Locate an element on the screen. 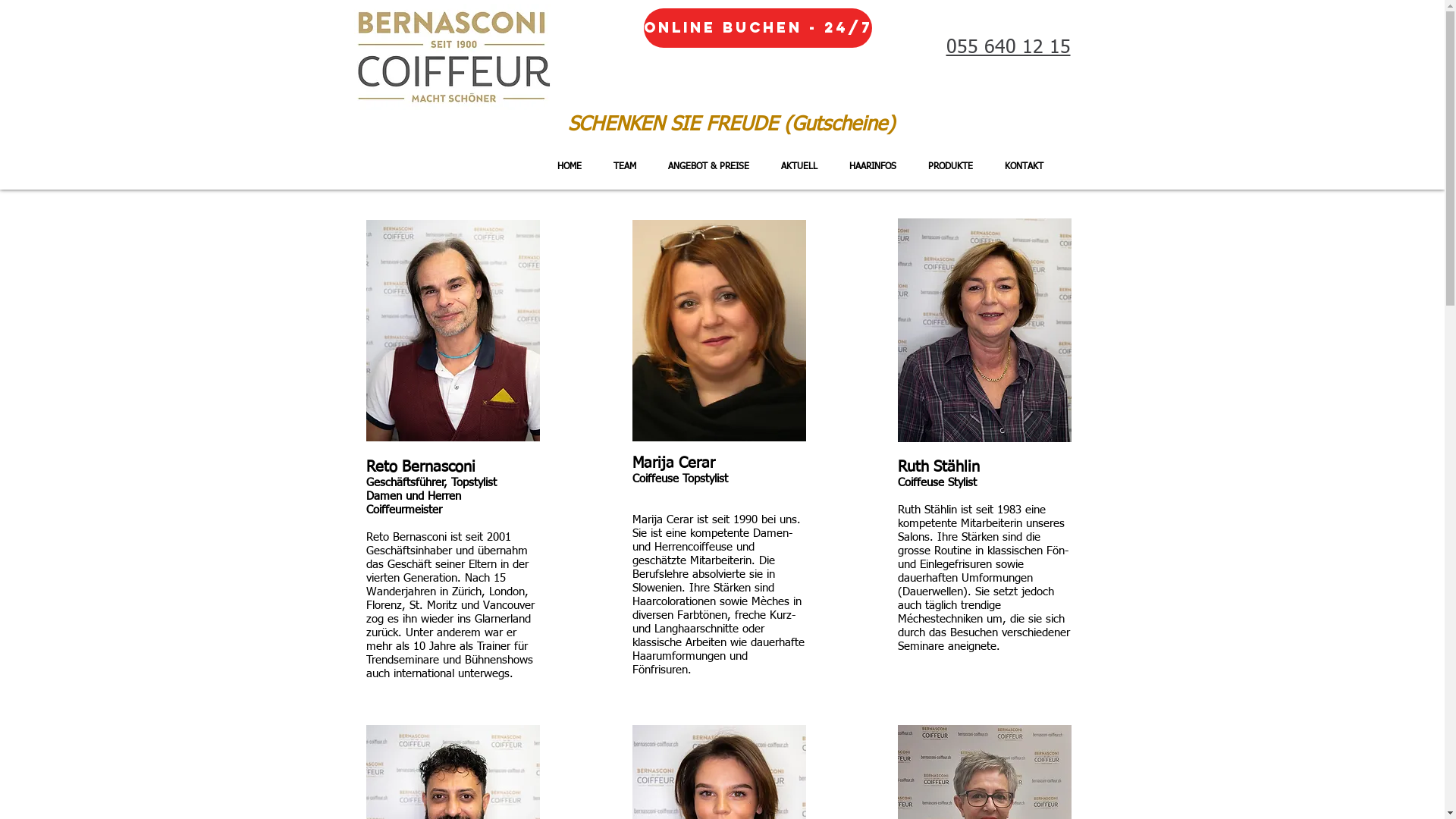 Image resolution: width=1456 pixels, height=819 pixels. 'TEAM' is located at coordinates (596, 166).